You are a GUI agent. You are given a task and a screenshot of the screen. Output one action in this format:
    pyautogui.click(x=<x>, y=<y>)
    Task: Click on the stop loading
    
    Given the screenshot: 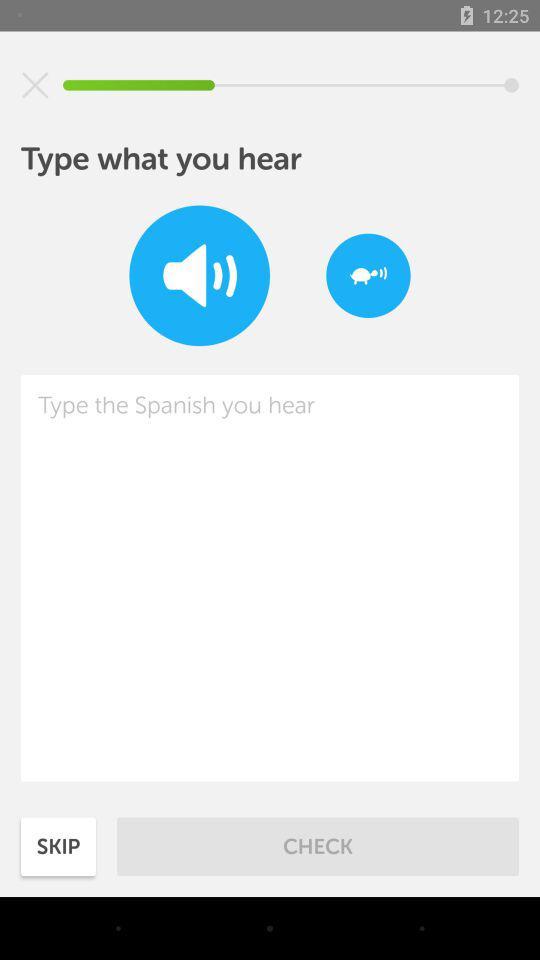 What is the action you would take?
    pyautogui.click(x=35, y=85)
    